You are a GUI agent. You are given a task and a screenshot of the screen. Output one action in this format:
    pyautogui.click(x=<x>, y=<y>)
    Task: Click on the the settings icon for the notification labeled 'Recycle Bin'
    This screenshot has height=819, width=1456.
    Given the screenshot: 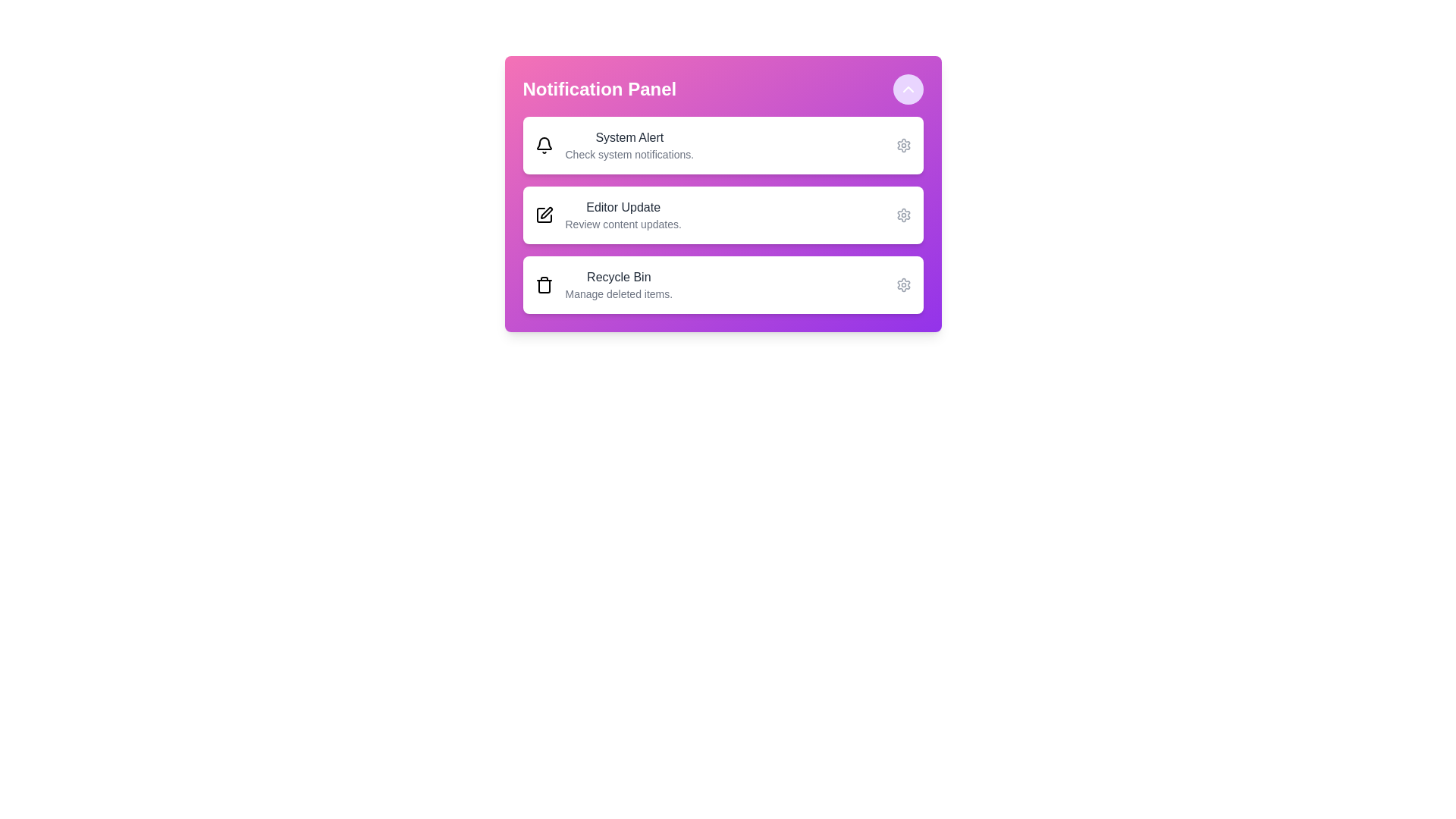 What is the action you would take?
    pyautogui.click(x=903, y=284)
    